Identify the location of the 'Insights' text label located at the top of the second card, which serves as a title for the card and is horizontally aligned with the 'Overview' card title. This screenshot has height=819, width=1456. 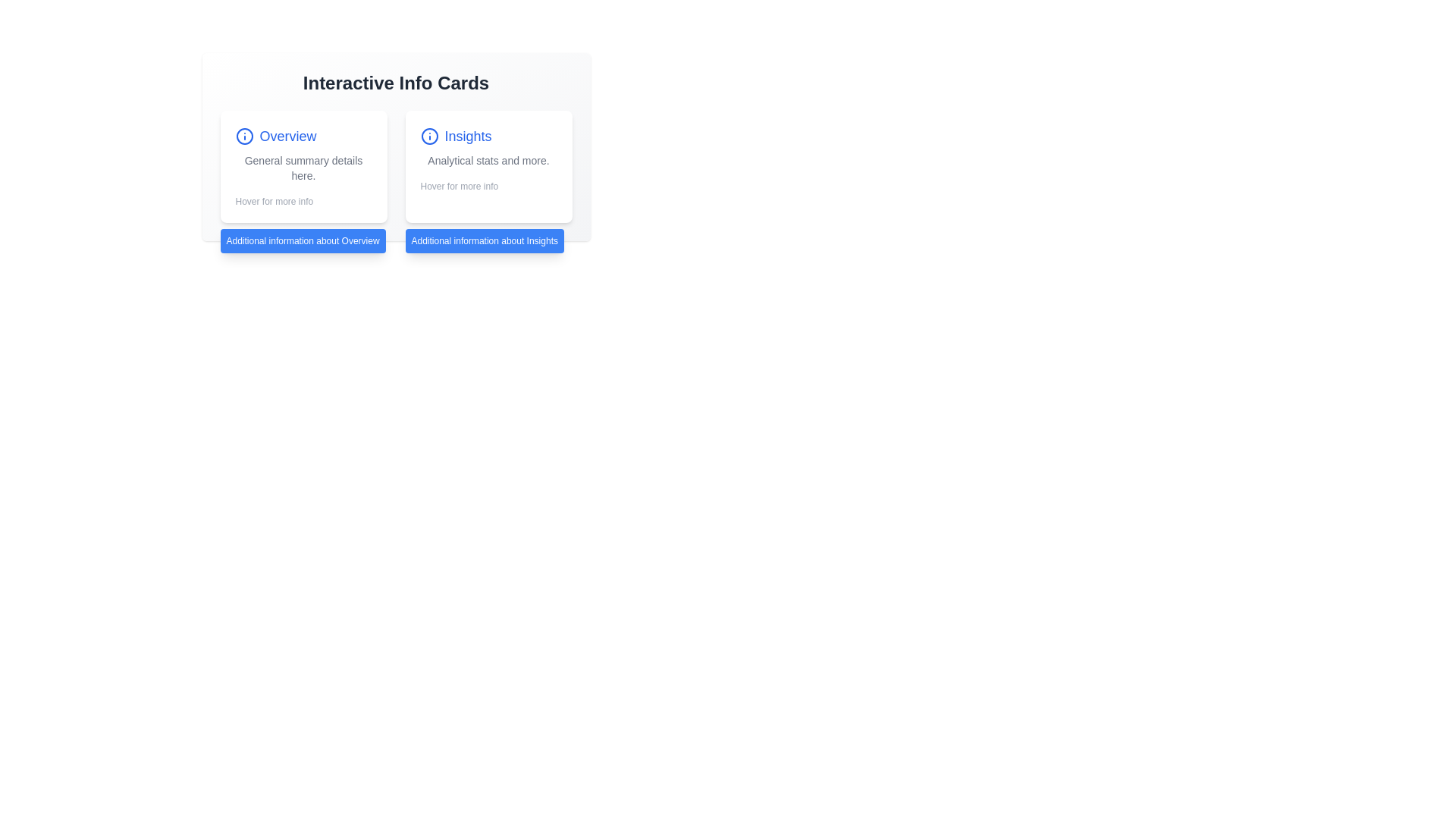
(488, 136).